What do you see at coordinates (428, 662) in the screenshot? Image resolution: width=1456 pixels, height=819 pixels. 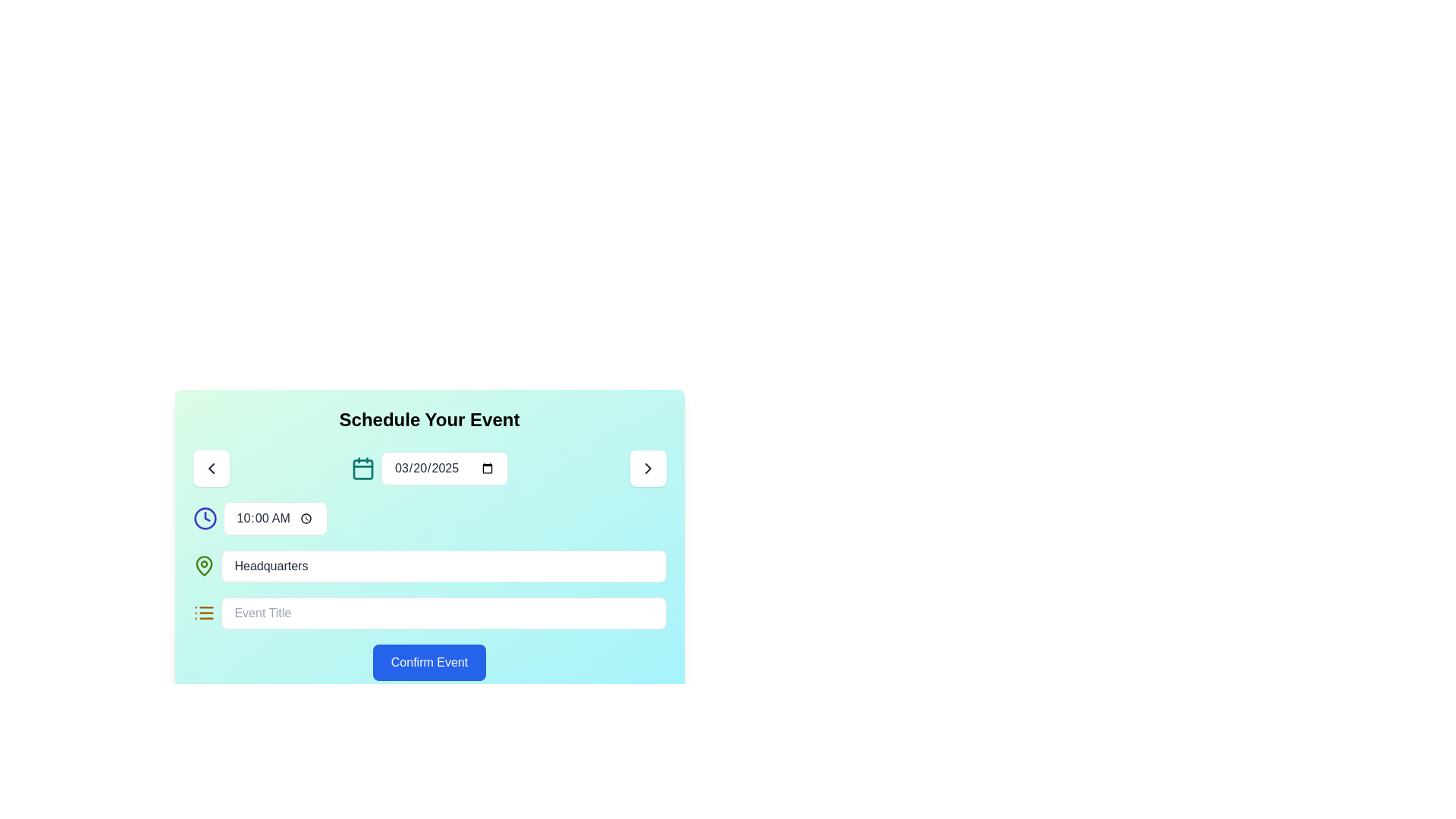 I see `the confirmation button for scheduling an event located at the bottom of the 'Schedule Your Event' panel` at bounding box center [428, 662].